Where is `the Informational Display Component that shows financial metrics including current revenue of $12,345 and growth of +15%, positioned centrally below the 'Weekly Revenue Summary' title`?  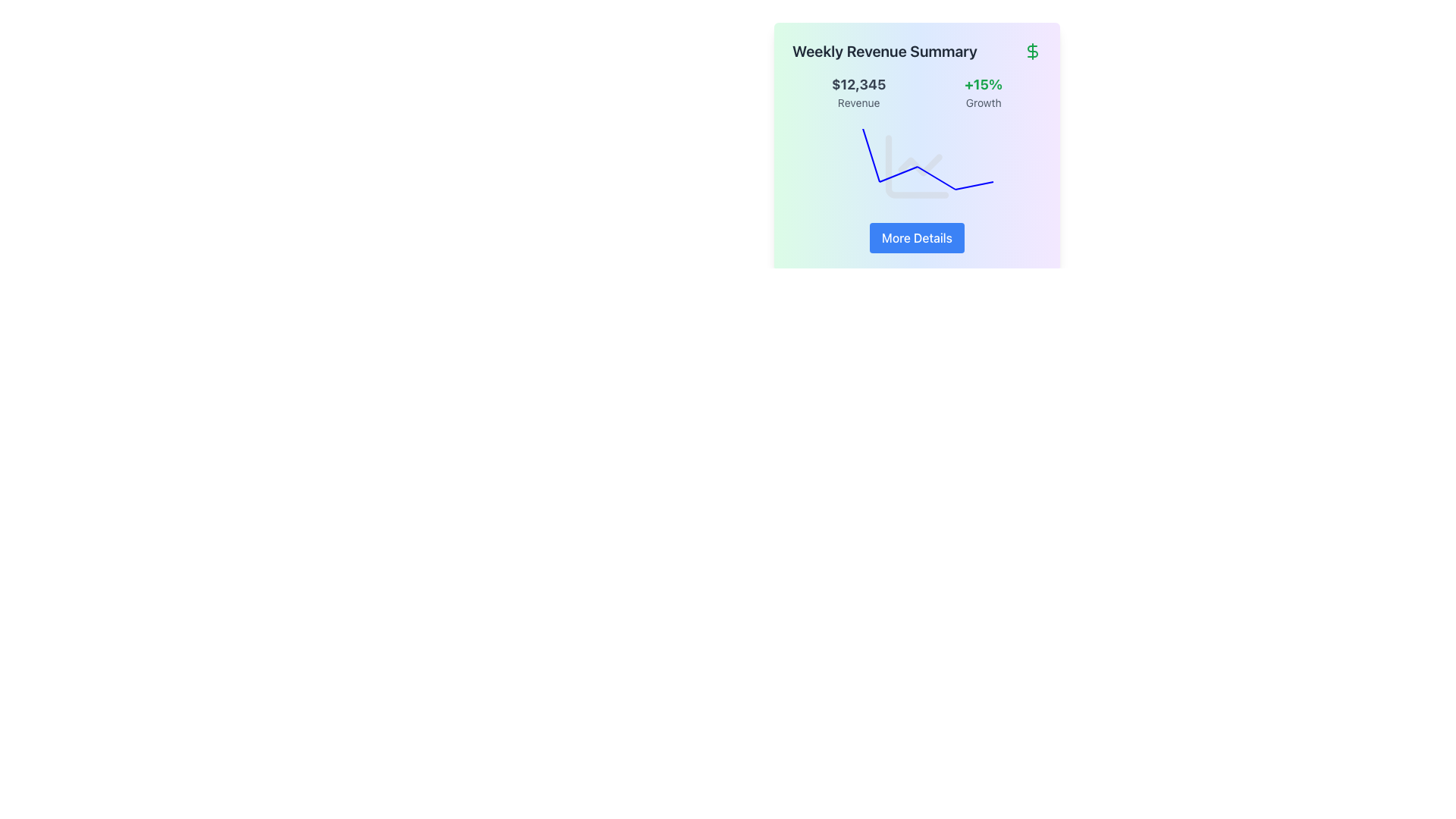
the Informational Display Component that shows financial metrics including current revenue of $12,345 and growth of +15%, positioned centrally below the 'Weekly Revenue Summary' title is located at coordinates (916, 93).